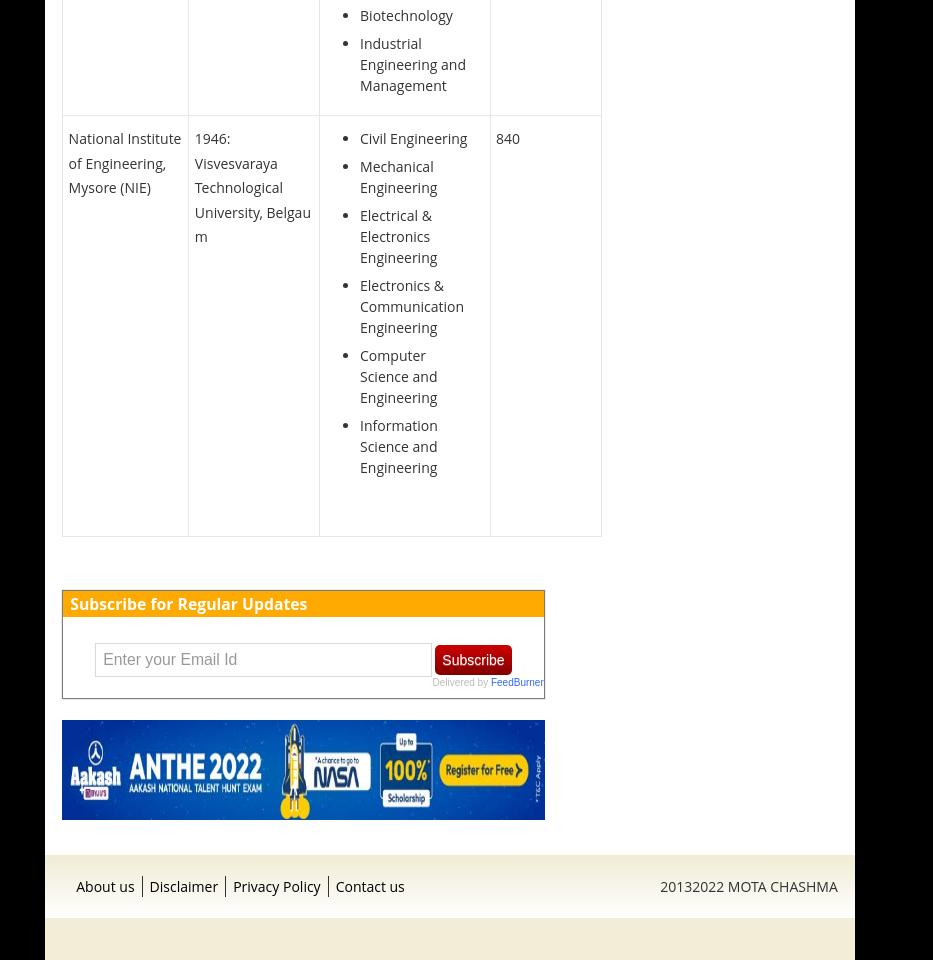 Image resolution: width=933 pixels, height=960 pixels. Describe the element at coordinates (413, 137) in the screenshot. I see `'Civil Engineering'` at that location.